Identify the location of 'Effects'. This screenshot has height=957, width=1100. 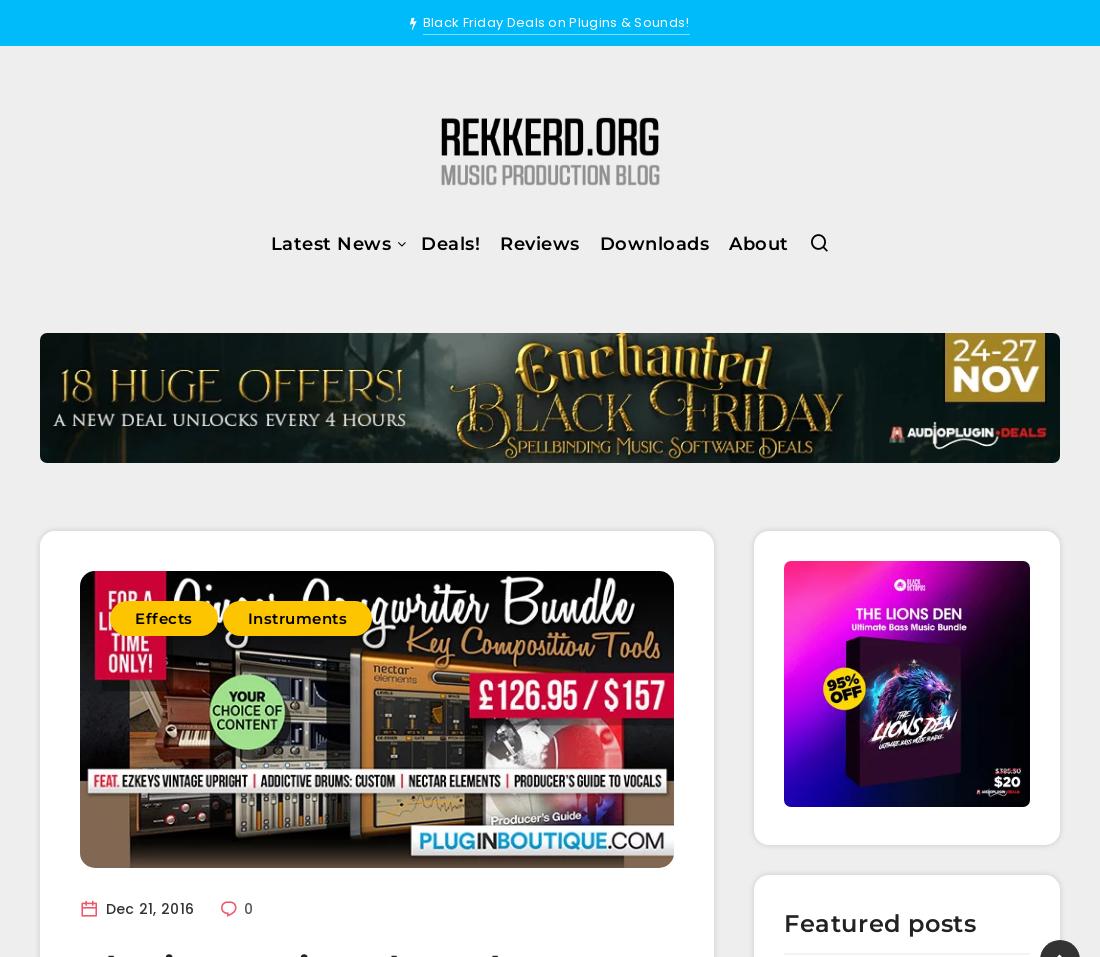
(208, 382).